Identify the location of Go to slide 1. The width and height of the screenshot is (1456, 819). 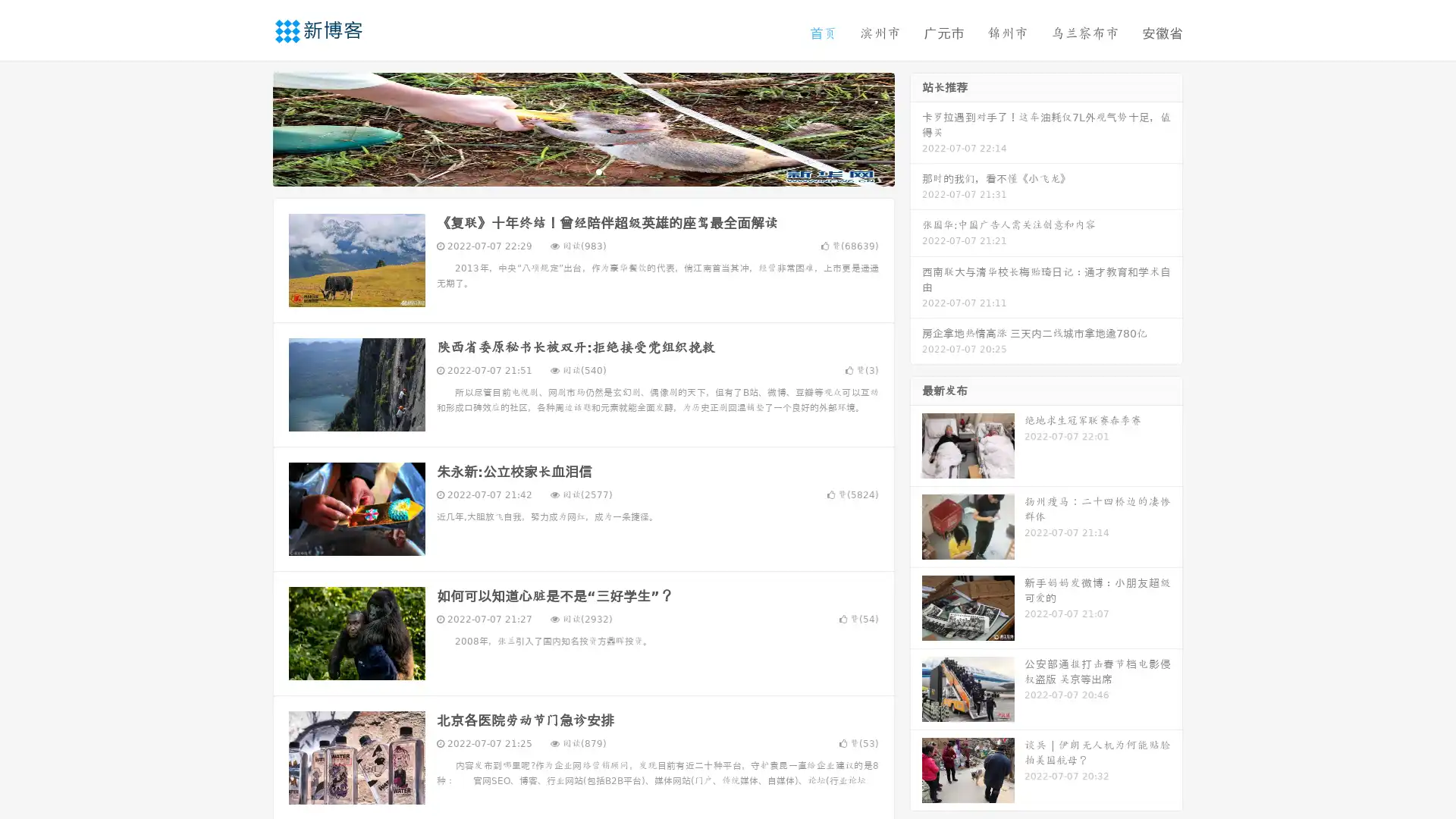
(567, 171).